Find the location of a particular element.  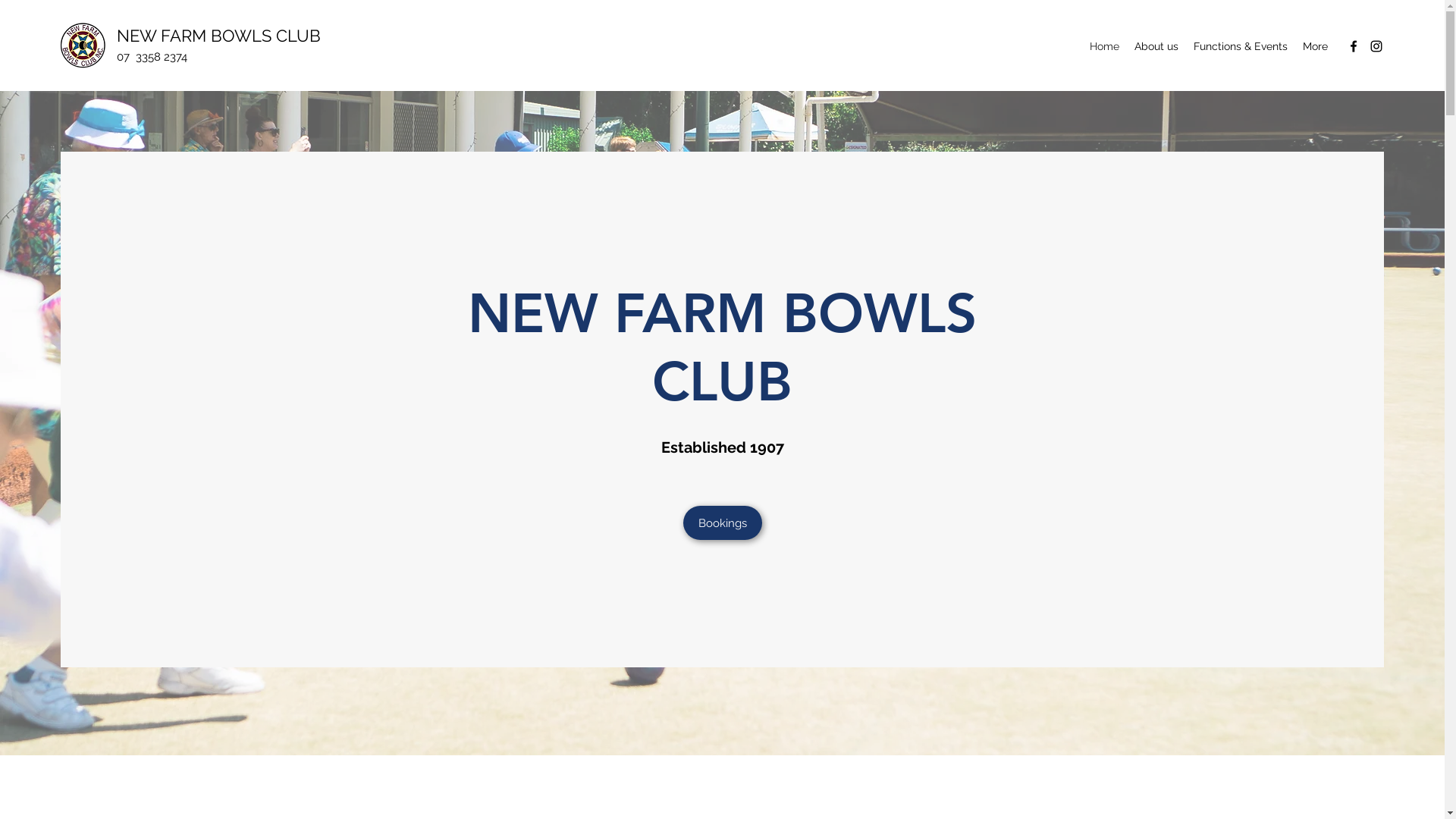

'Bookings' is located at coordinates (720, 522).